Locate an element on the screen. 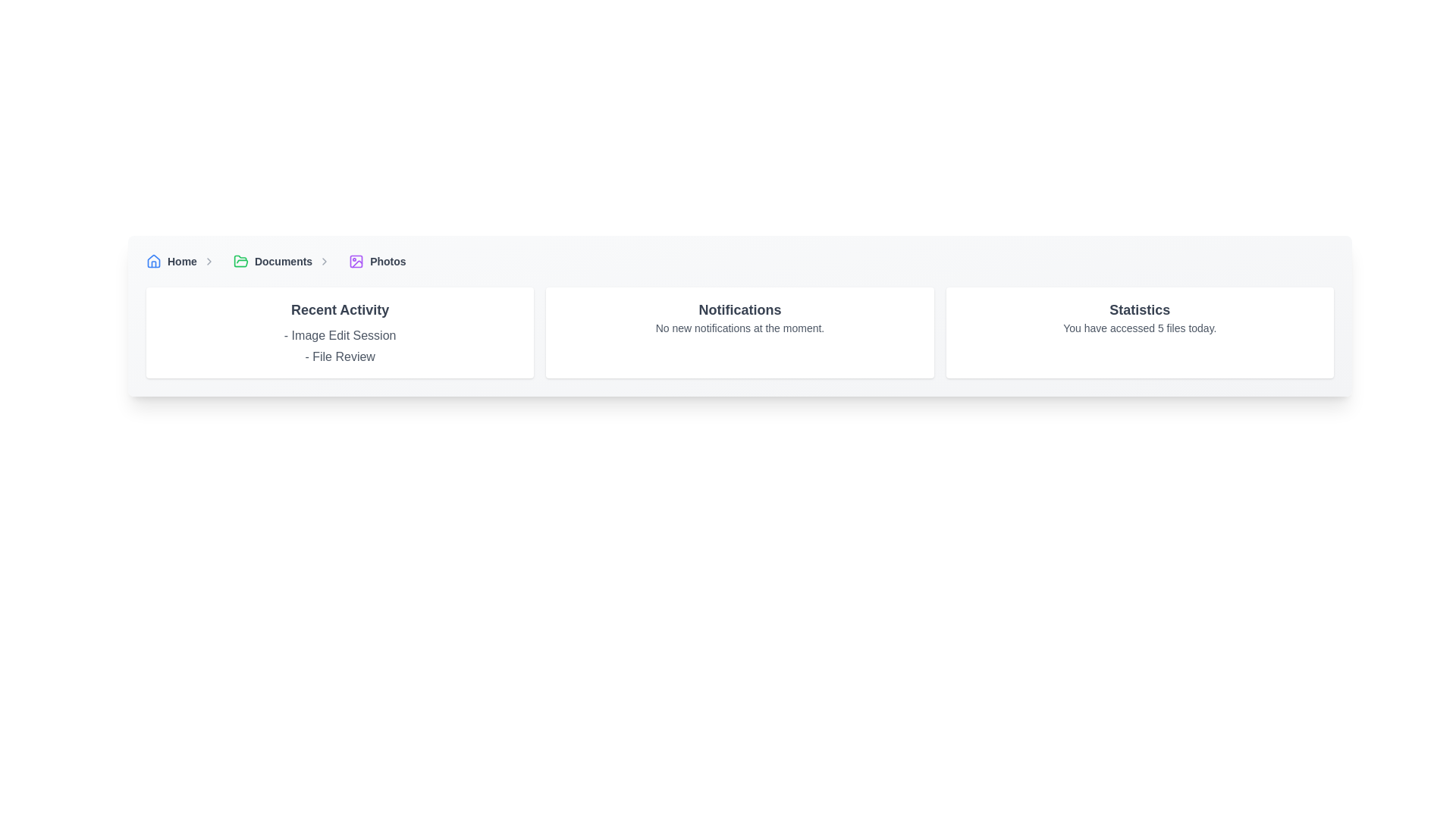 The height and width of the screenshot is (819, 1456). the purple icon that resembles an image, located directly before the text 'Photos' in the breadcrumb navigation bar is located at coordinates (356, 260).